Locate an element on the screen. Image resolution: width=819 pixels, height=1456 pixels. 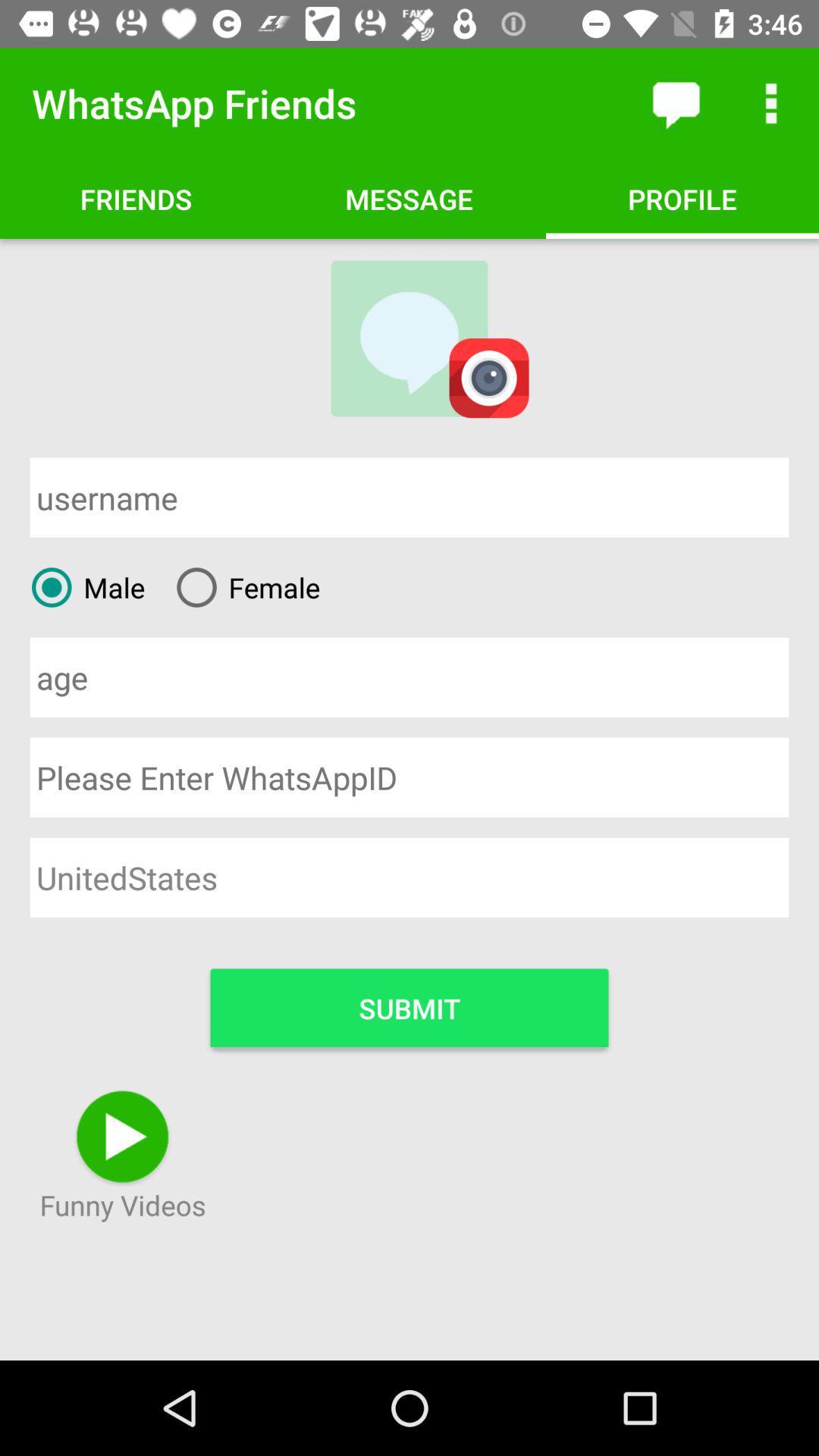
item next to the female item is located at coordinates (82, 586).